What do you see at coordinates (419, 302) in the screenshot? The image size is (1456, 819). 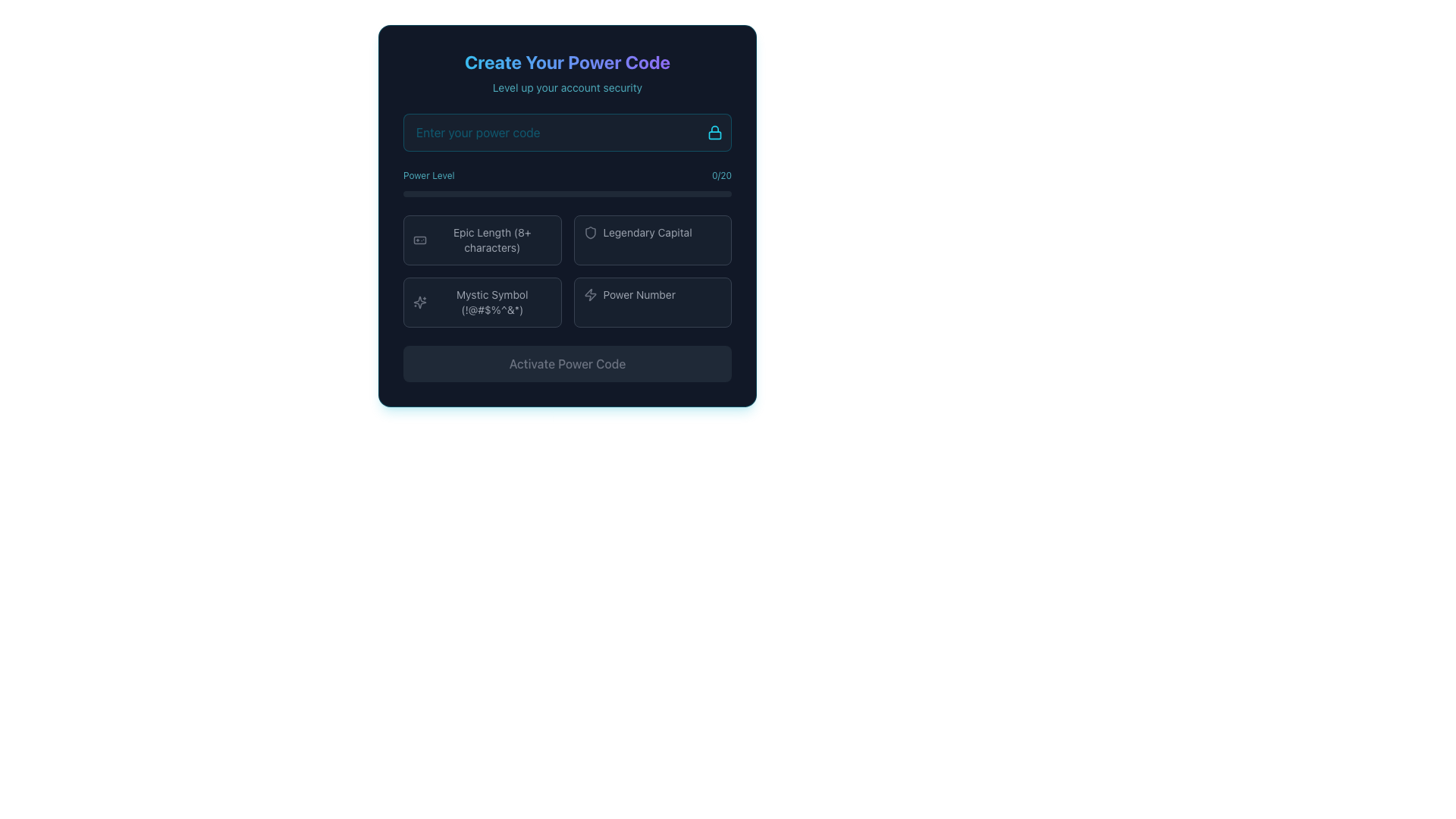 I see `the Mystic Symbol decorative icon in the second row of the power code creation form, located towards the left-hand side` at bounding box center [419, 302].